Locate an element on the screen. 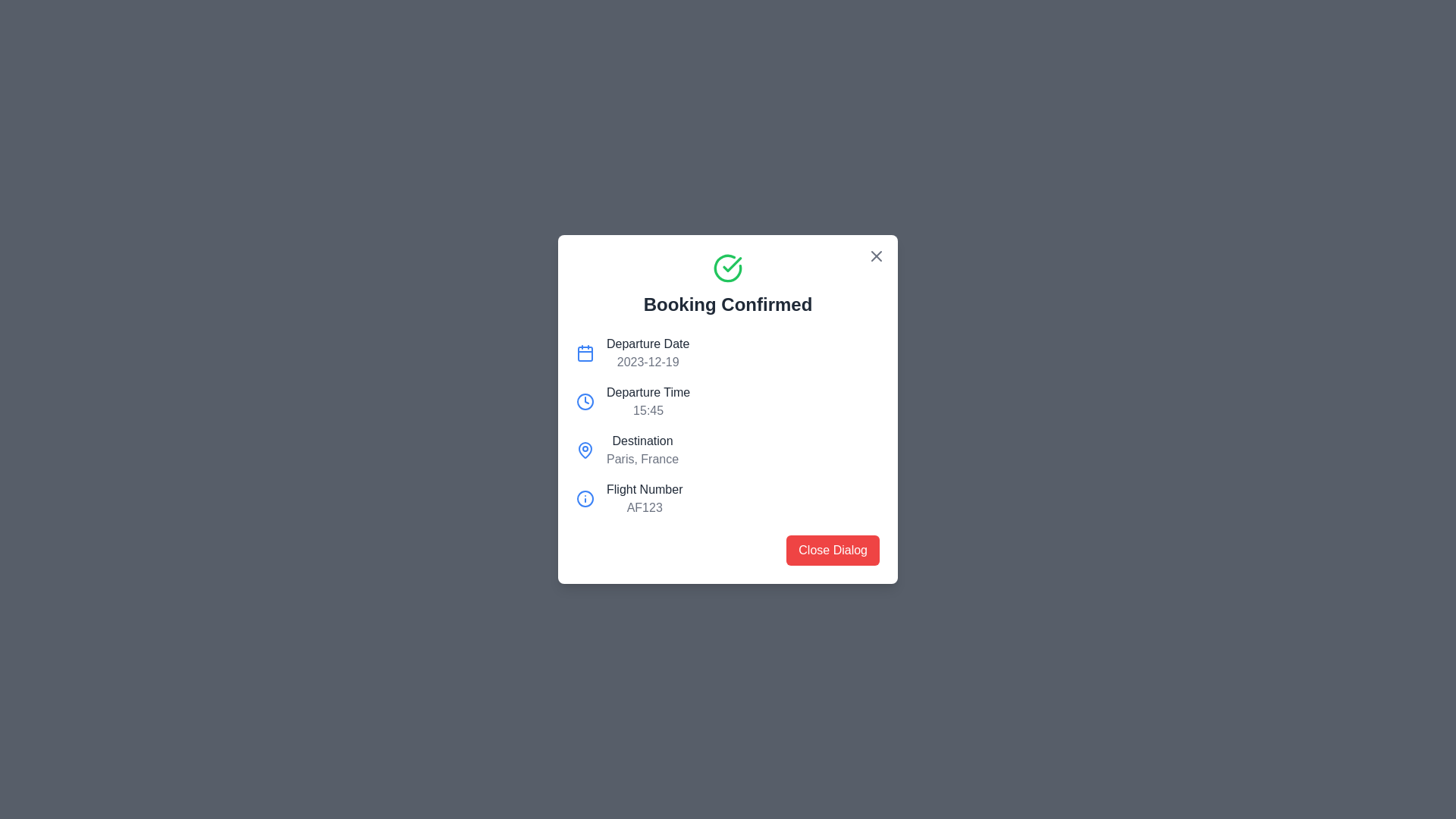 This screenshot has height=819, width=1456. the close button with an 'X' icon in the top-right corner of the 'Booking Confirmed' dialog is located at coordinates (877, 256).